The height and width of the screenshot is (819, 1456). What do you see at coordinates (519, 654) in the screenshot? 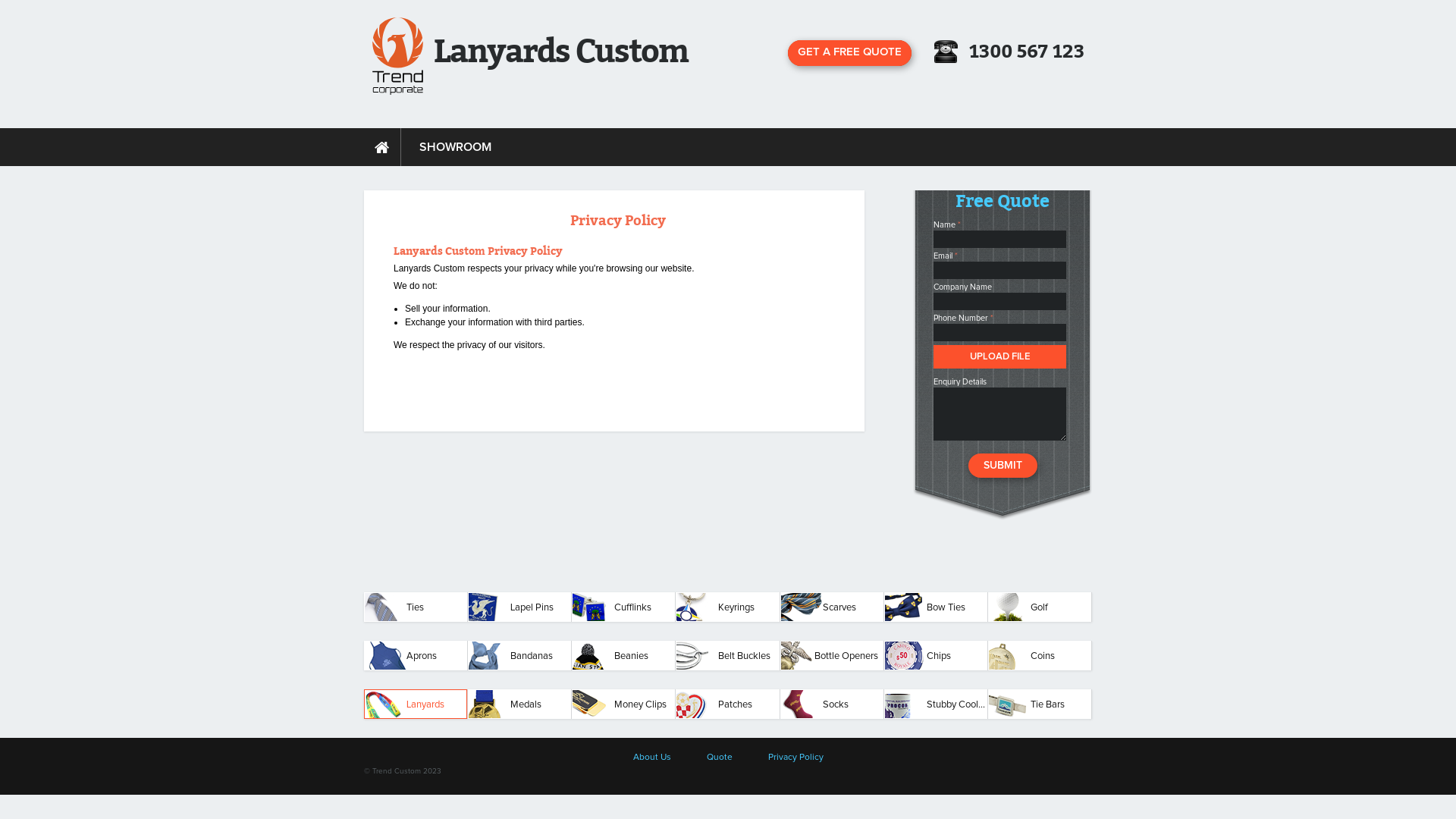
I see `'Bandanas'` at bounding box center [519, 654].